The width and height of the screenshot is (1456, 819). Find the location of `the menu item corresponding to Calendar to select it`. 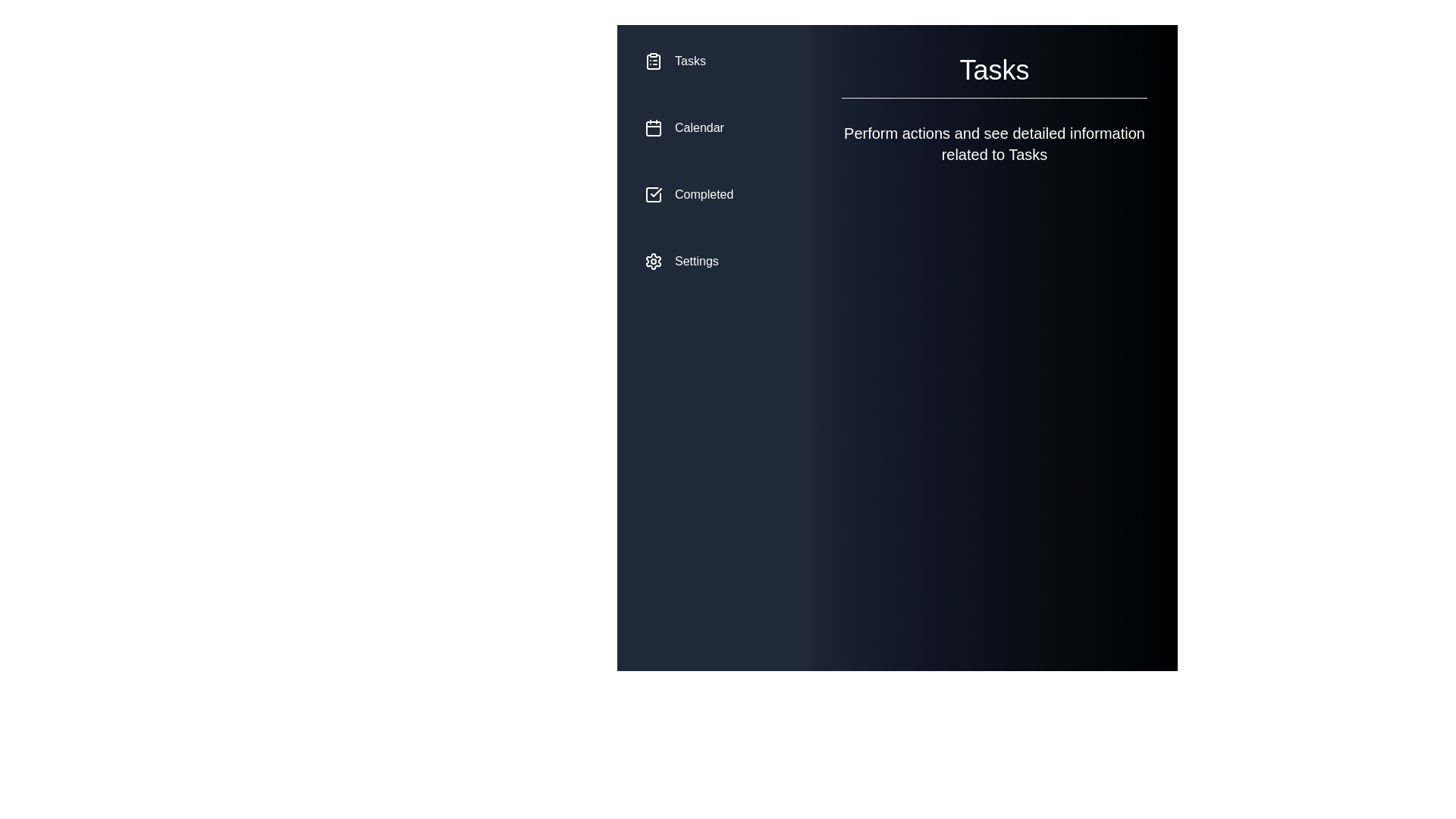

the menu item corresponding to Calendar to select it is located at coordinates (713, 127).